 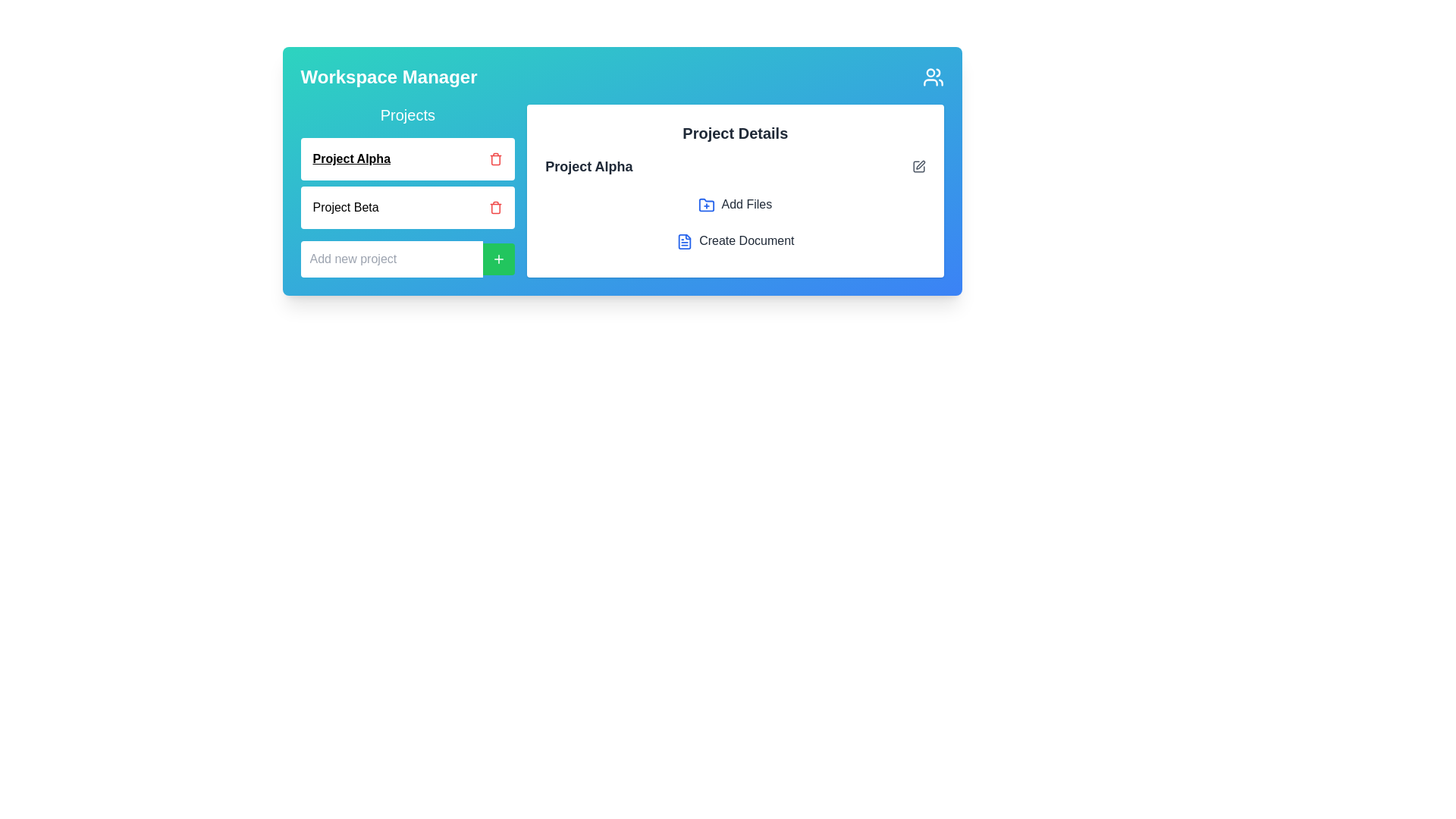 What do you see at coordinates (684, 240) in the screenshot?
I see `the document icon located in the 'Project Details' section, adjacent to the 'Create Document' label, representing a file or text document` at bounding box center [684, 240].